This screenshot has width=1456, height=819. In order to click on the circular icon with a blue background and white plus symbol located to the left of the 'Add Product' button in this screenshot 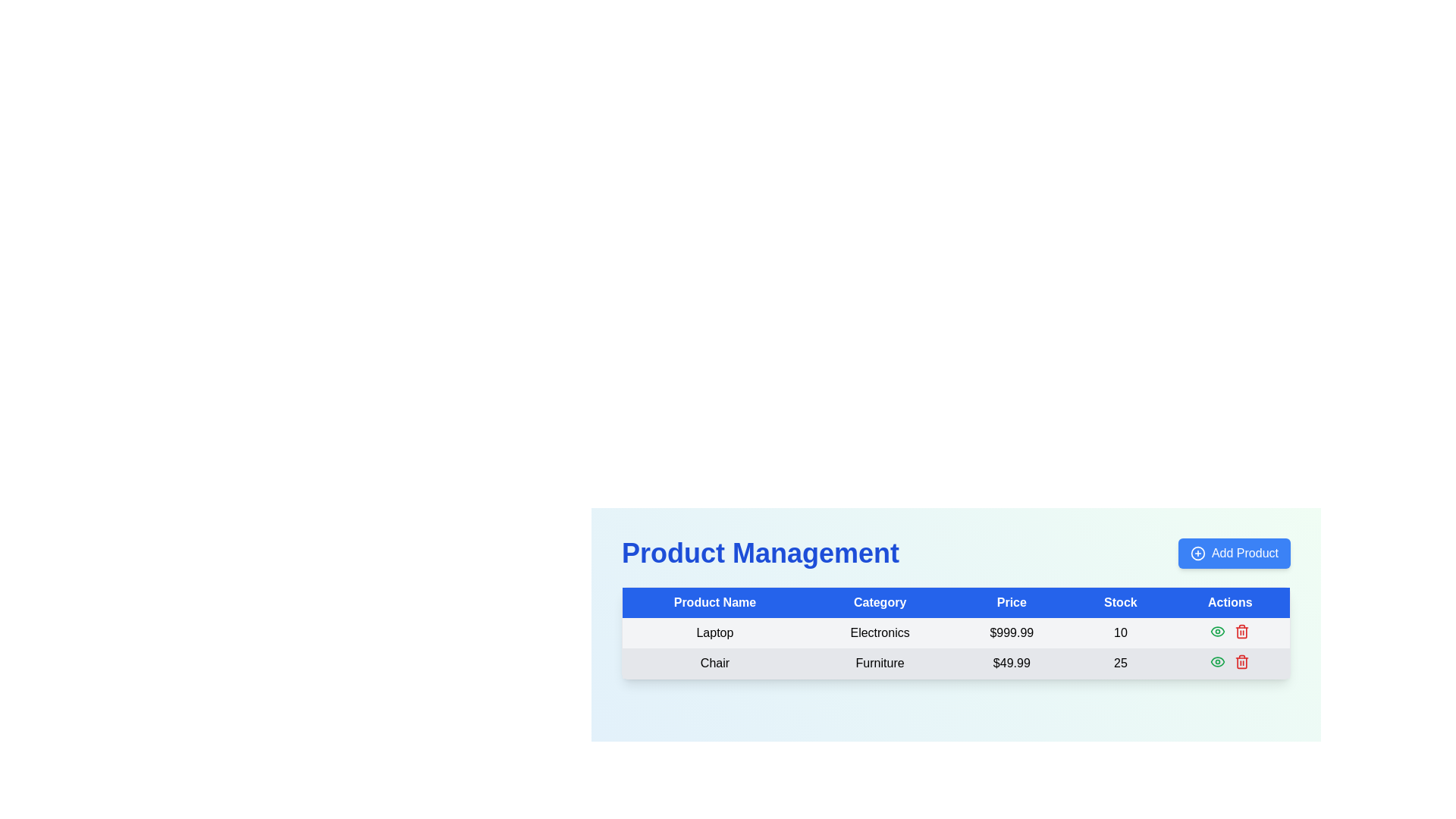, I will do `click(1197, 553)`.